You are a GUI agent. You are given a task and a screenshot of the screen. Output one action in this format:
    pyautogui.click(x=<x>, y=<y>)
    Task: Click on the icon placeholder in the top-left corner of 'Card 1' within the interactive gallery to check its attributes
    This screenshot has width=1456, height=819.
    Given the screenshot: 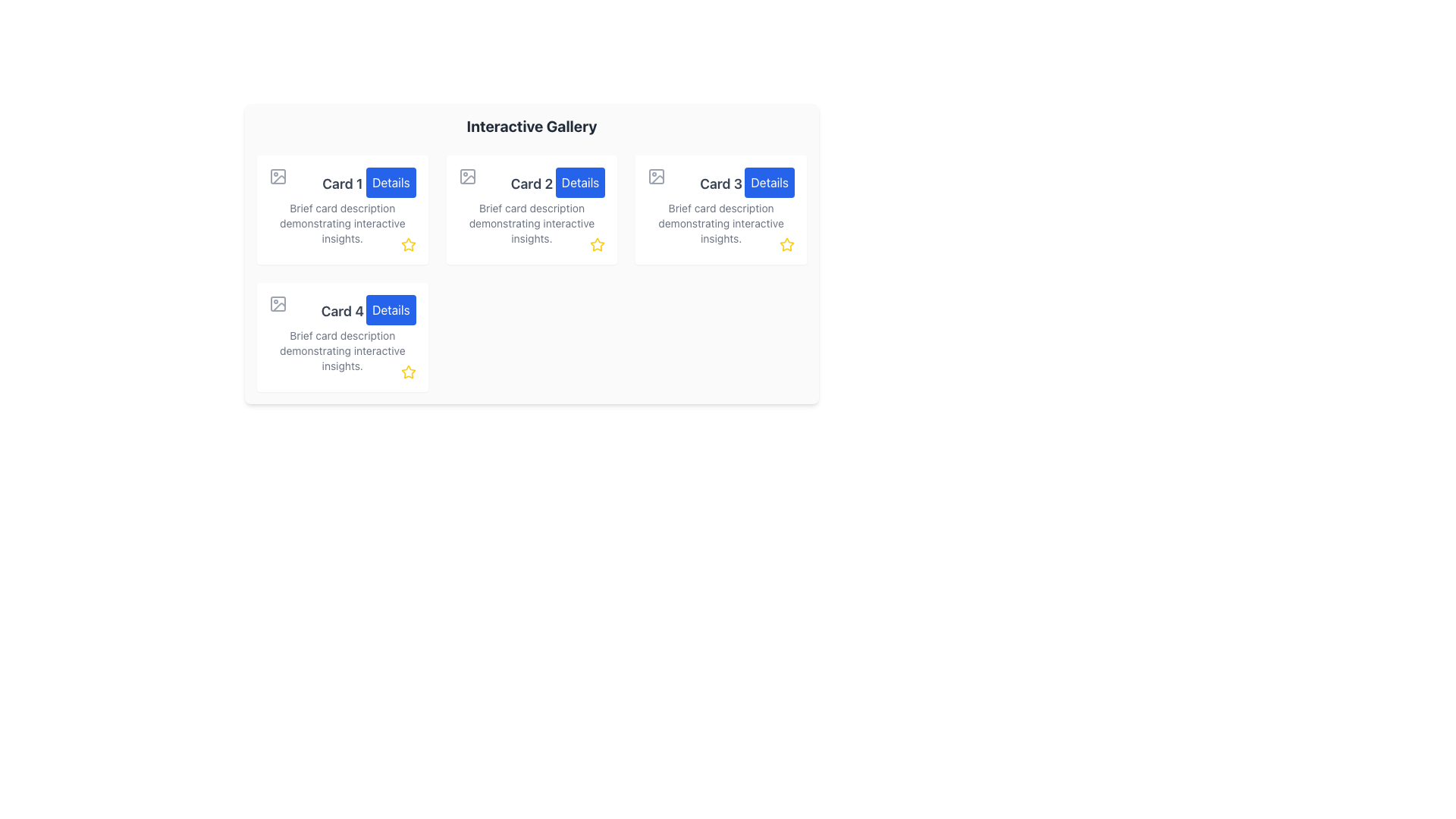 What is the action you would take?
    pyautogui.click(x=278, y=175)
    